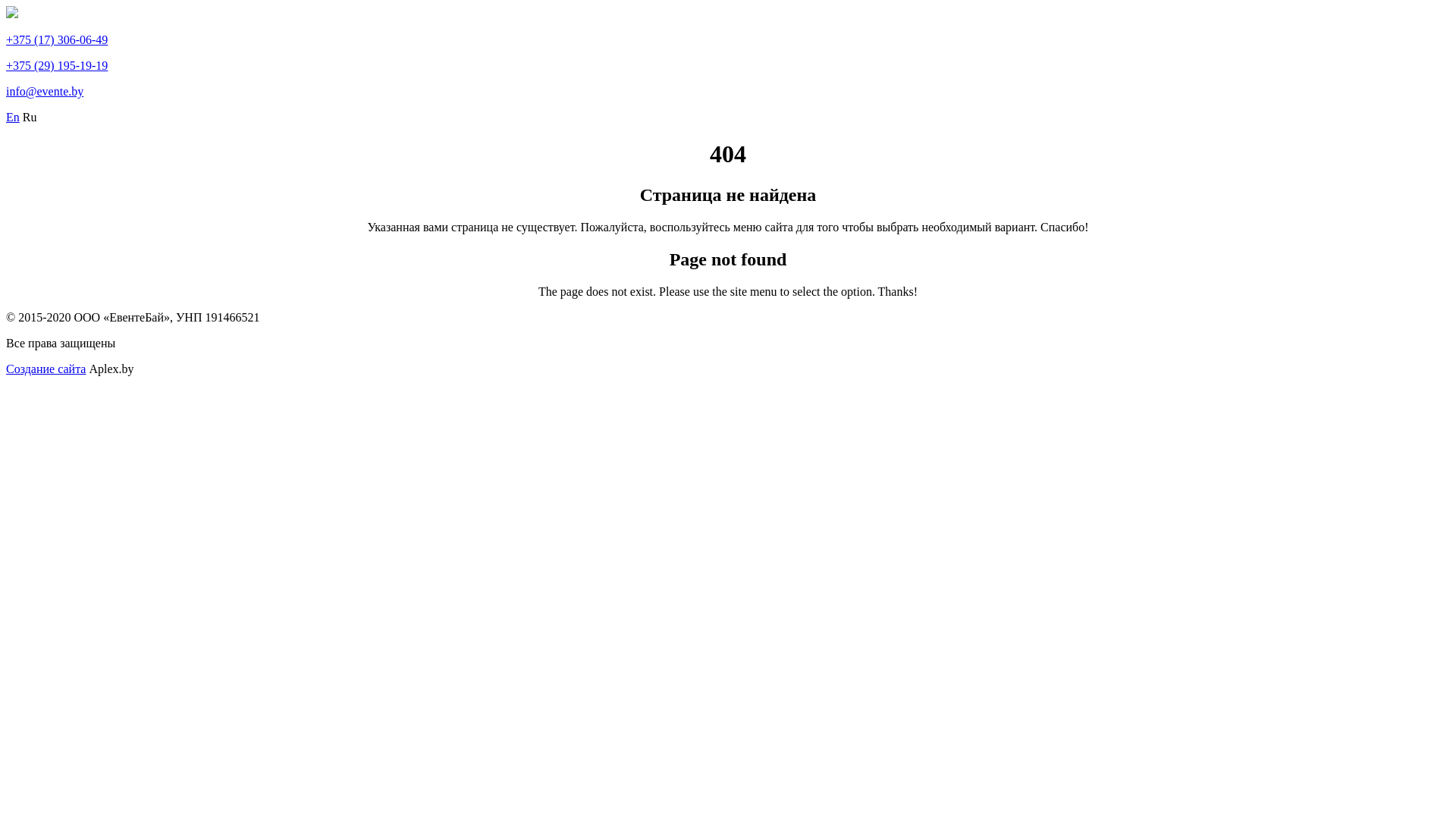  What do you see at coordinates (6, 64) in the screenshot?
I see `'+375 (29) 195-19-19'` at bounding box center [6, 64].